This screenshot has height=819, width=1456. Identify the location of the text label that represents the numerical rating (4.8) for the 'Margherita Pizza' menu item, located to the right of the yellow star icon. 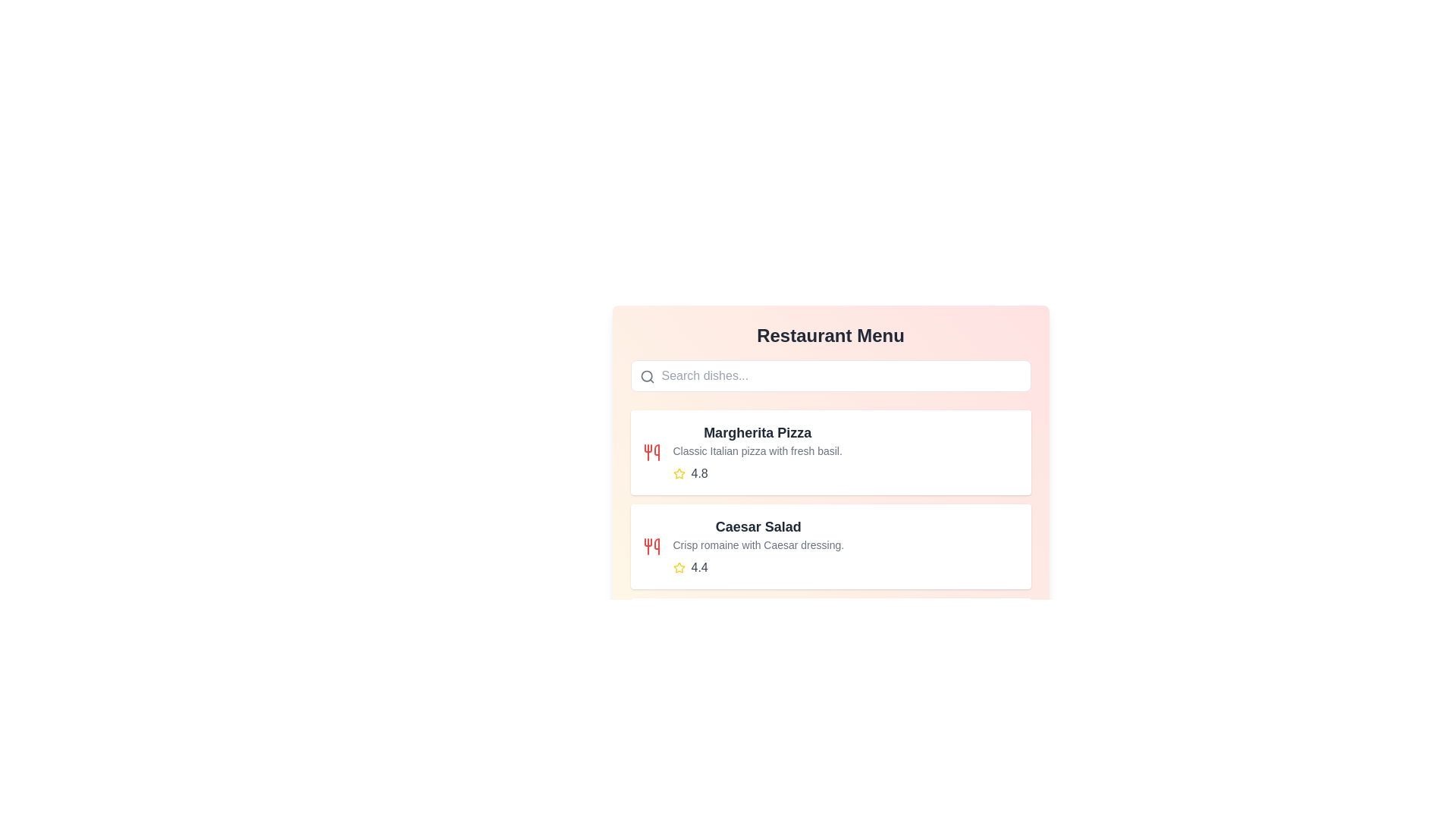
(698, 472).